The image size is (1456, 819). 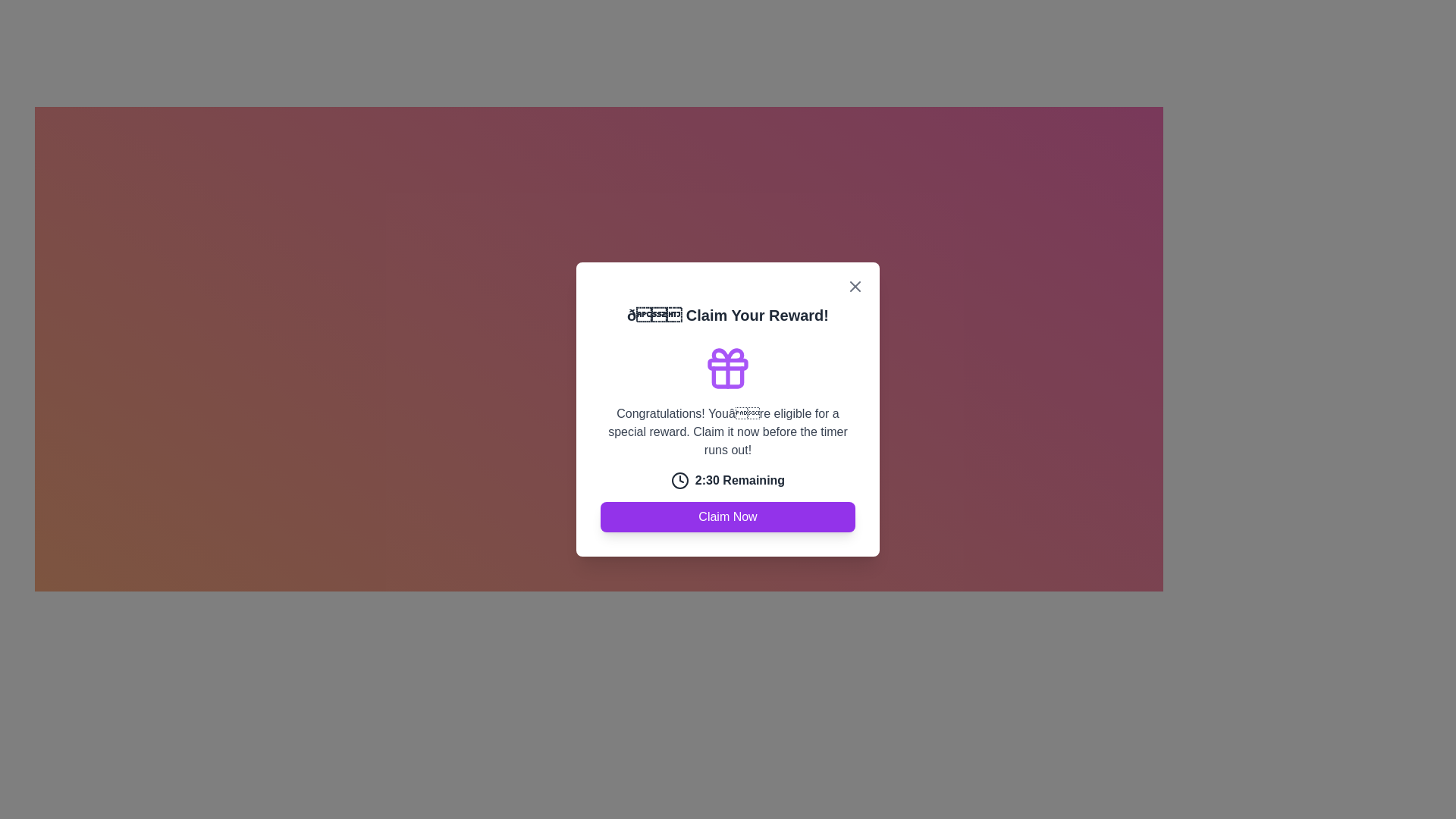 I want to click on informational text block located below the purple gift icon in the modal window, which provides details about an available reward and references a timer, so click(x=728, y=432).